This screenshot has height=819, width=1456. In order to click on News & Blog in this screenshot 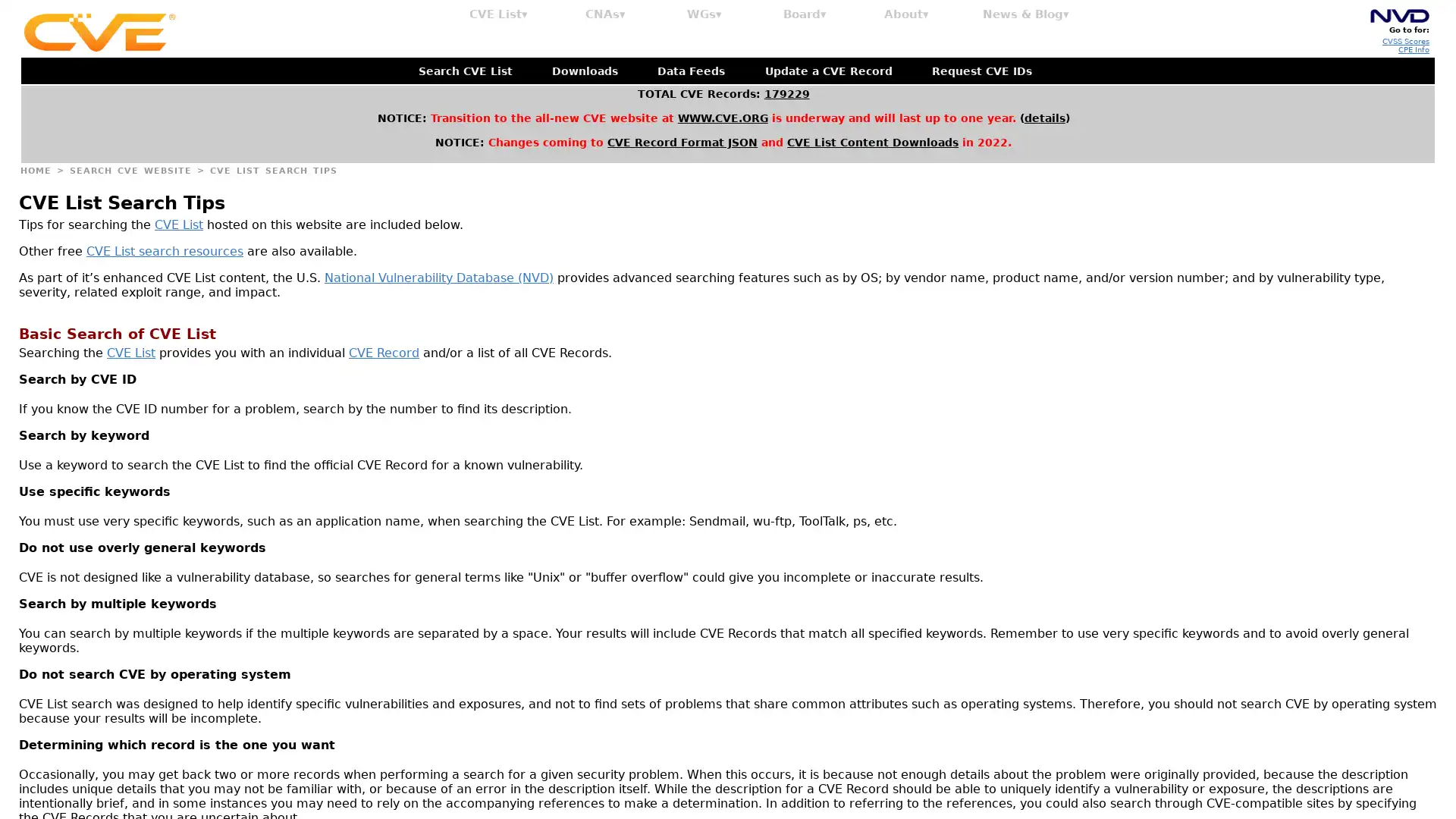, I will do `click(1026, 14)`.